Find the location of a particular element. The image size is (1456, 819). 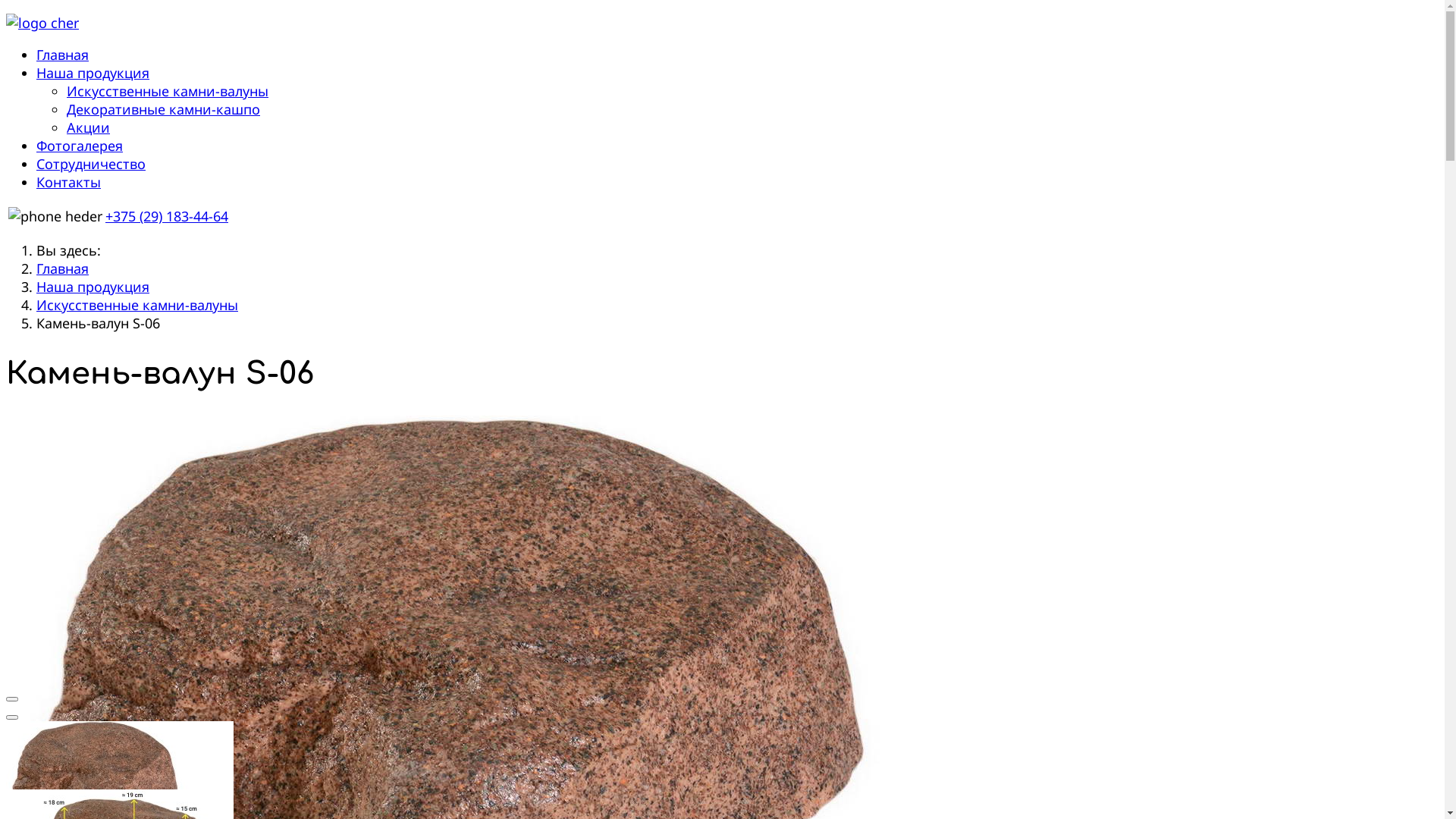

'+375 (29) 183-44-64' is located at coordinates (167, 216).